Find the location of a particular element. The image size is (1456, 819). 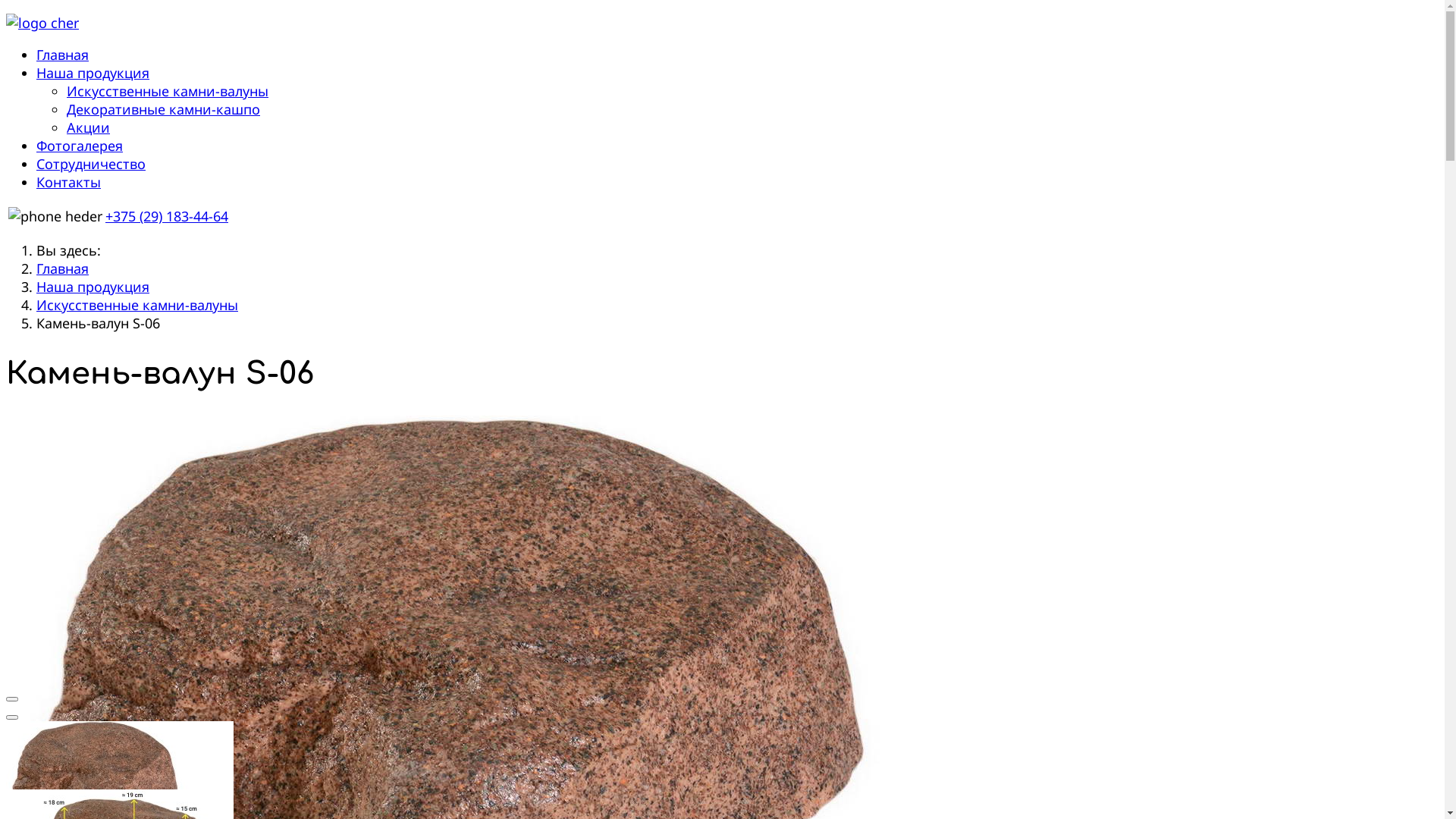

'+375 (29) 183-44-64' is located at coordinates (167, 216).